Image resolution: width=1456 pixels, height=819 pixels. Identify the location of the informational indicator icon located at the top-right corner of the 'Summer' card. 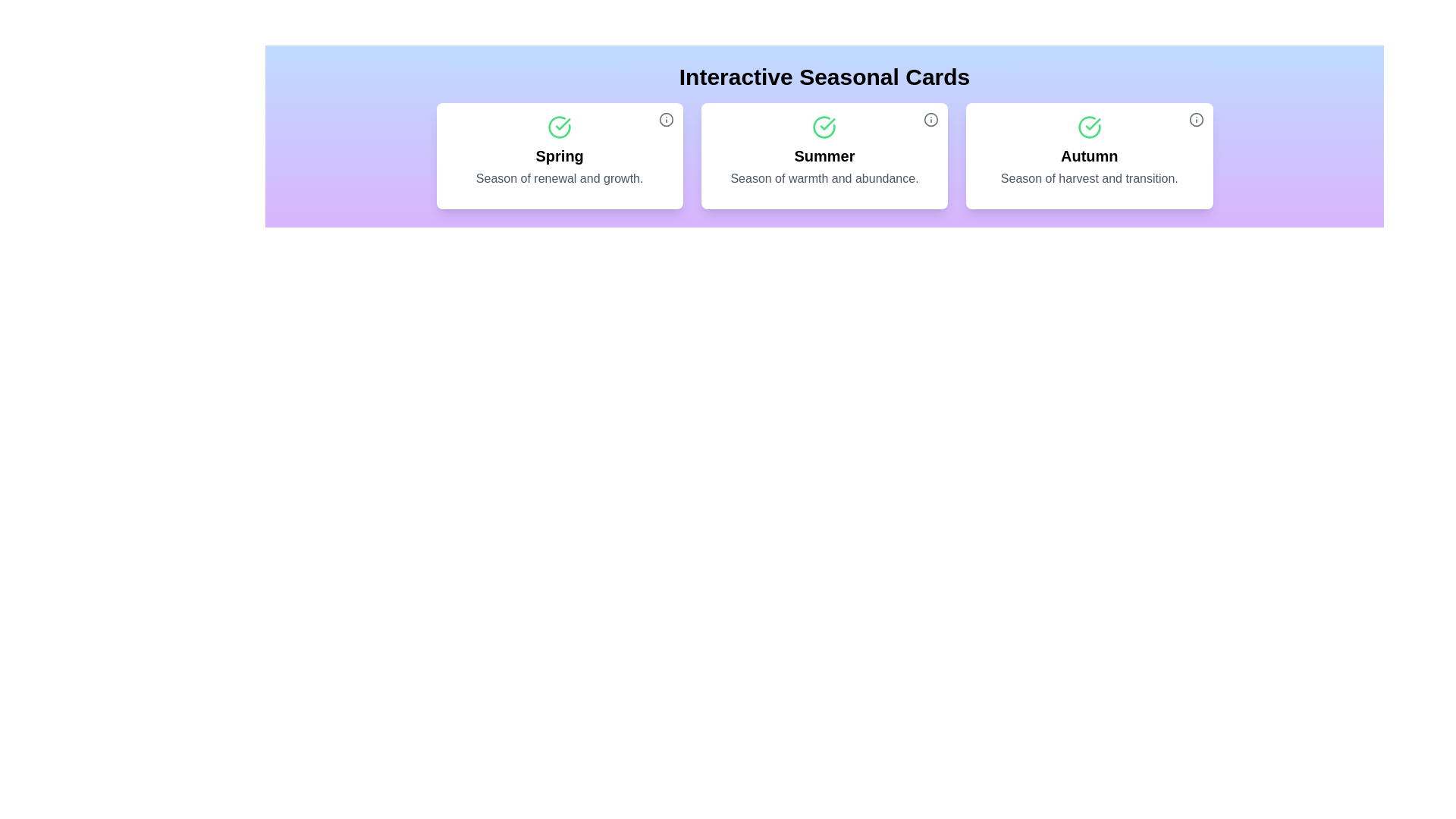
(930, 119).